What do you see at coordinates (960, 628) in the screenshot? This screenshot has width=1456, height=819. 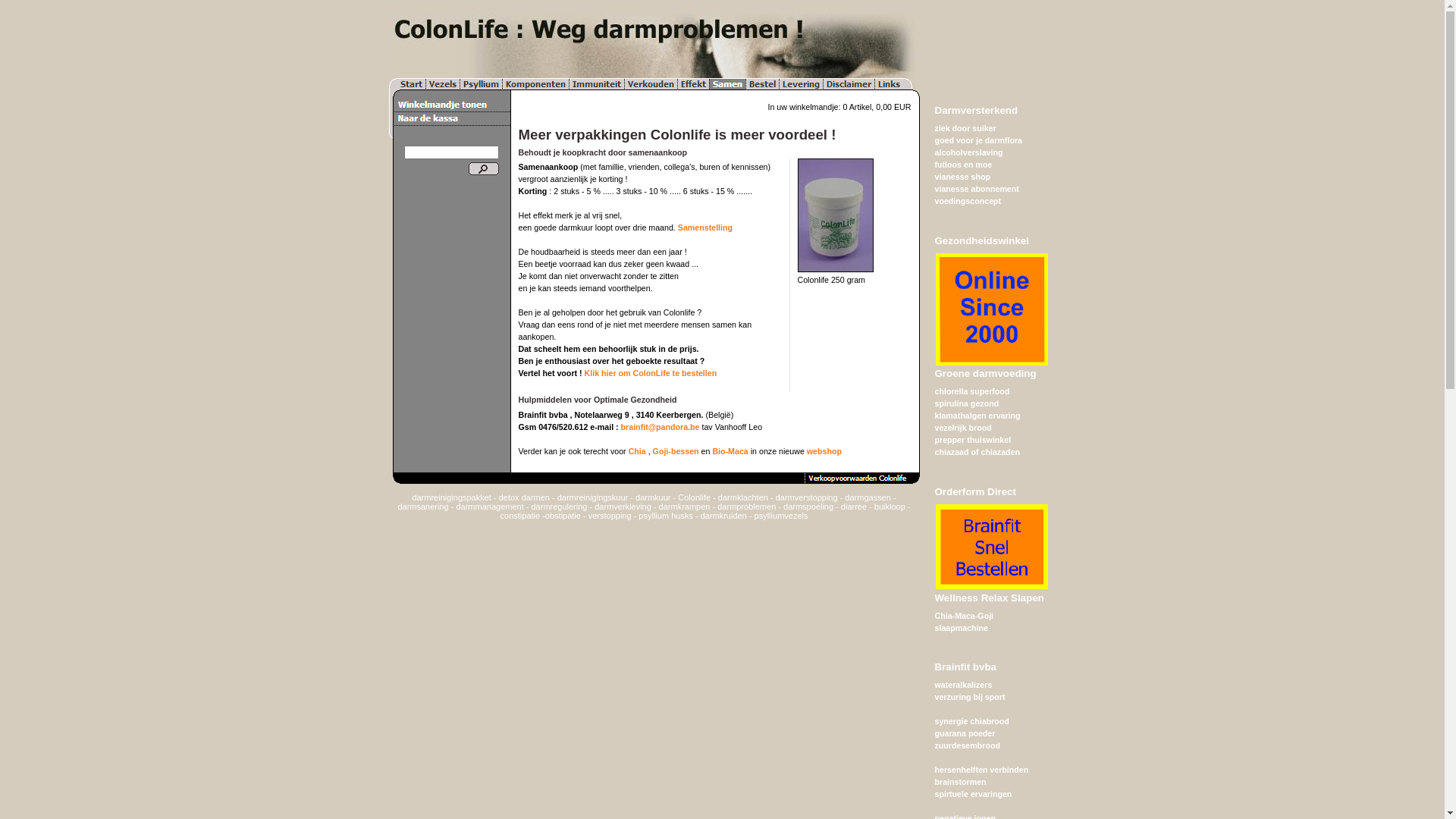 I see `'slaapmachine'` at bounding box center [960, 628].